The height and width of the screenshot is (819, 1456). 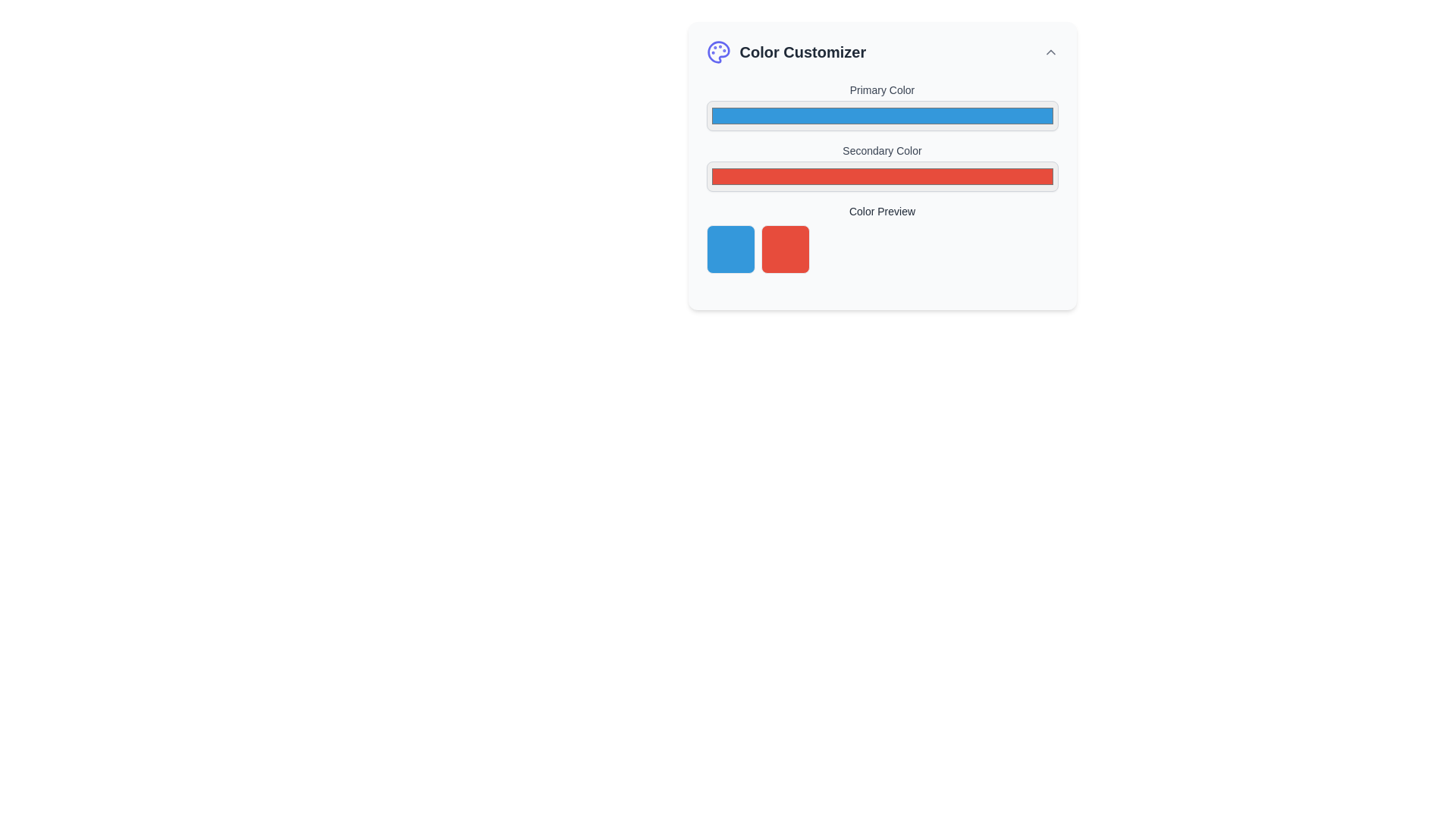 What do you see at coordinates (882, 90) in the screenshot?
I see `label text 'Primary Color' displayed in gray at the top of the color customization form, above the color input box` at bounding box center [882, 90].